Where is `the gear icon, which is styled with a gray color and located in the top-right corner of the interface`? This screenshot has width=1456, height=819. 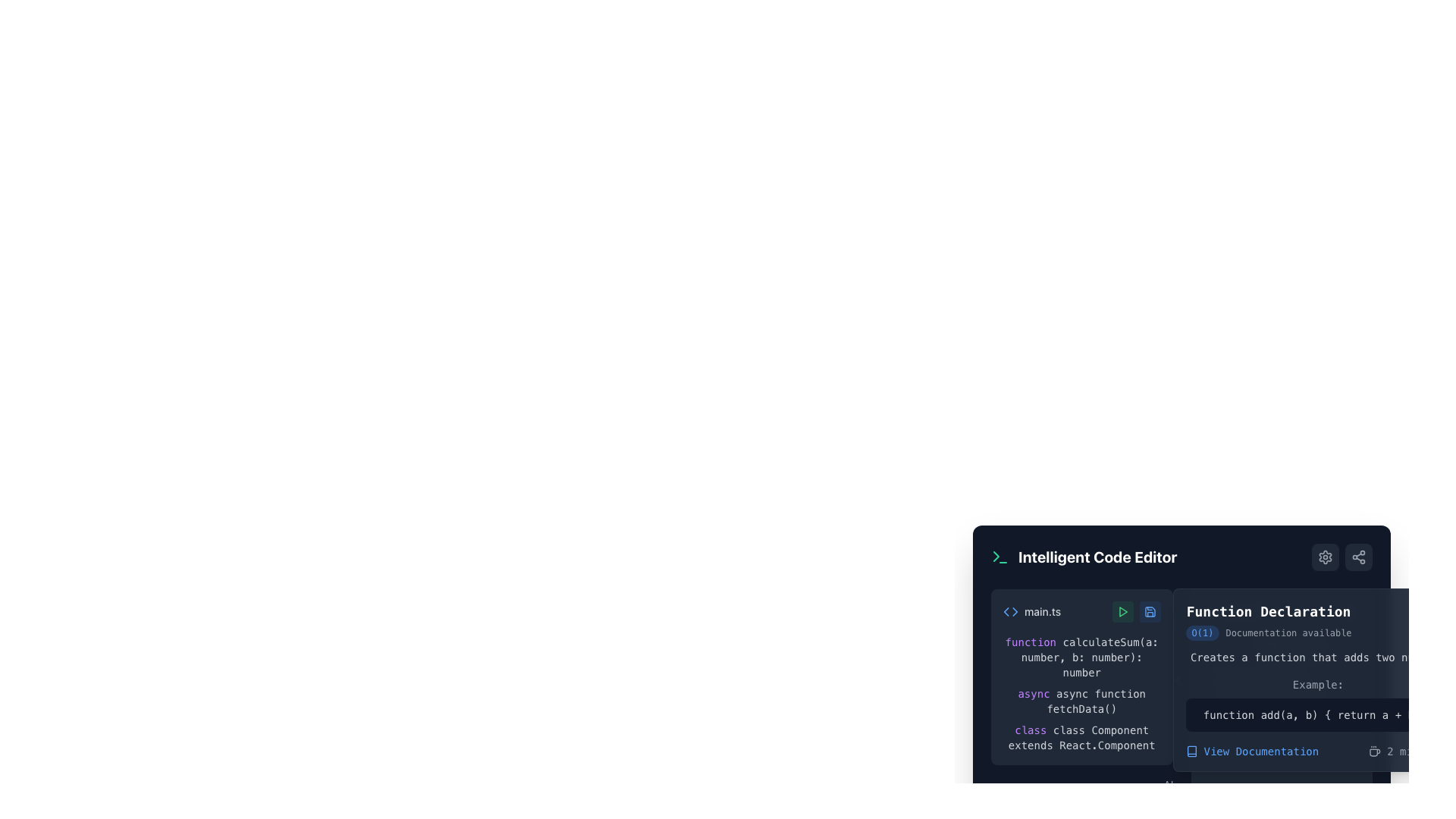
the gear icon, which is styled with a gray color and located in the top-right corner of the interface is located at coordinates (1324, 557).